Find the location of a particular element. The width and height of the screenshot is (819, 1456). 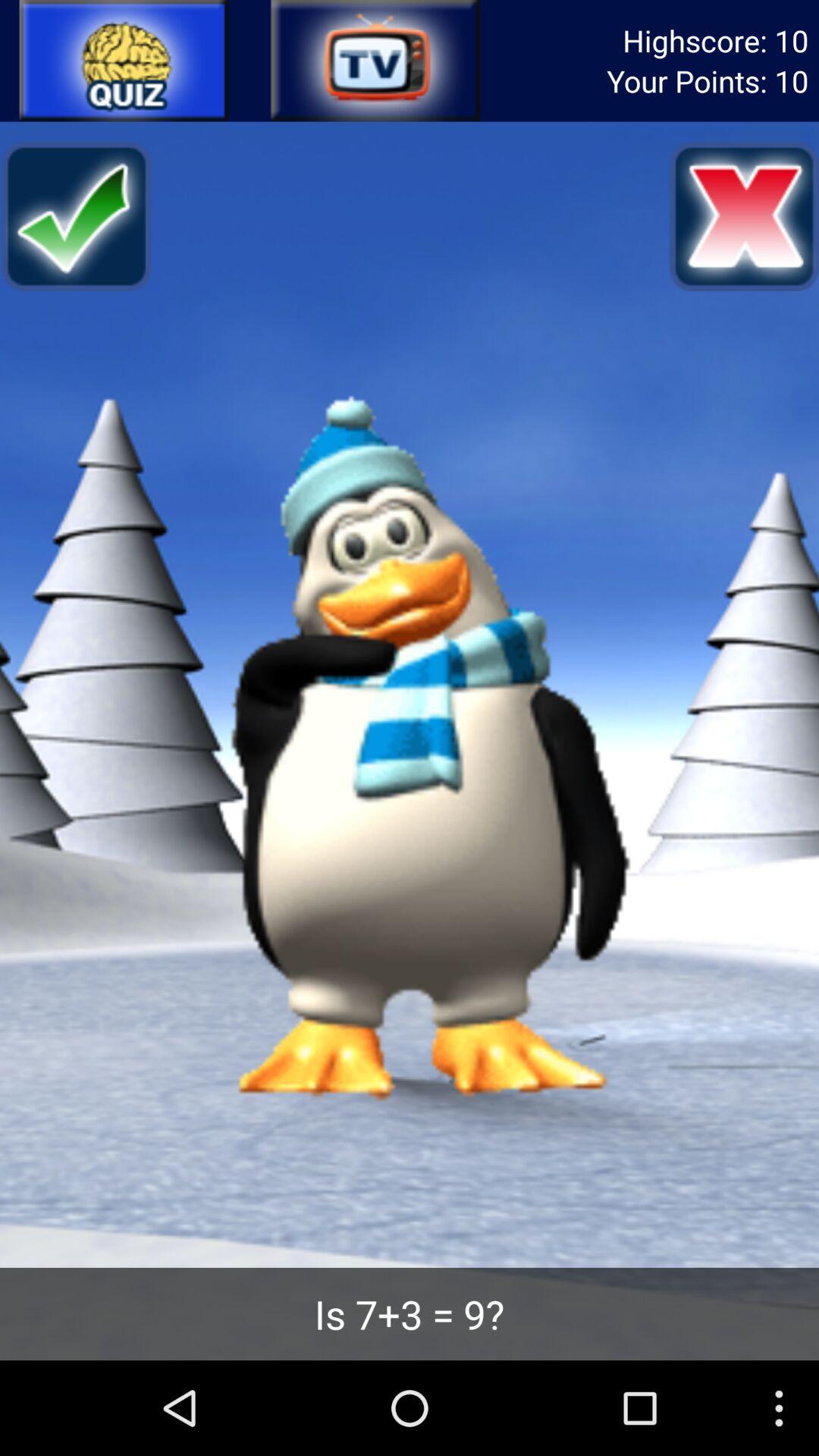

to select tv option is located at coordinates (374, 61).